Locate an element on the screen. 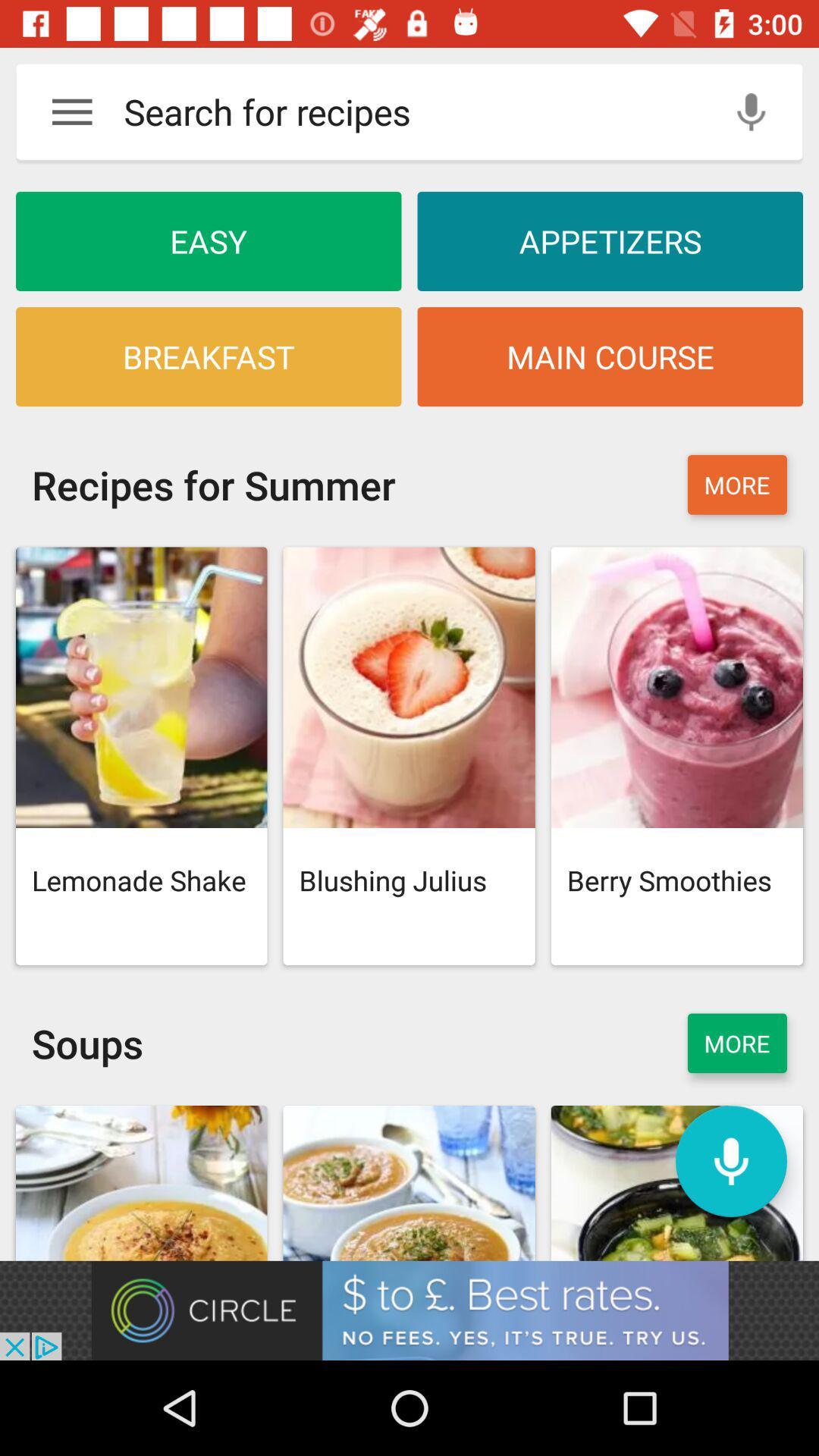  voice recording is located at coordinates (751, 111).